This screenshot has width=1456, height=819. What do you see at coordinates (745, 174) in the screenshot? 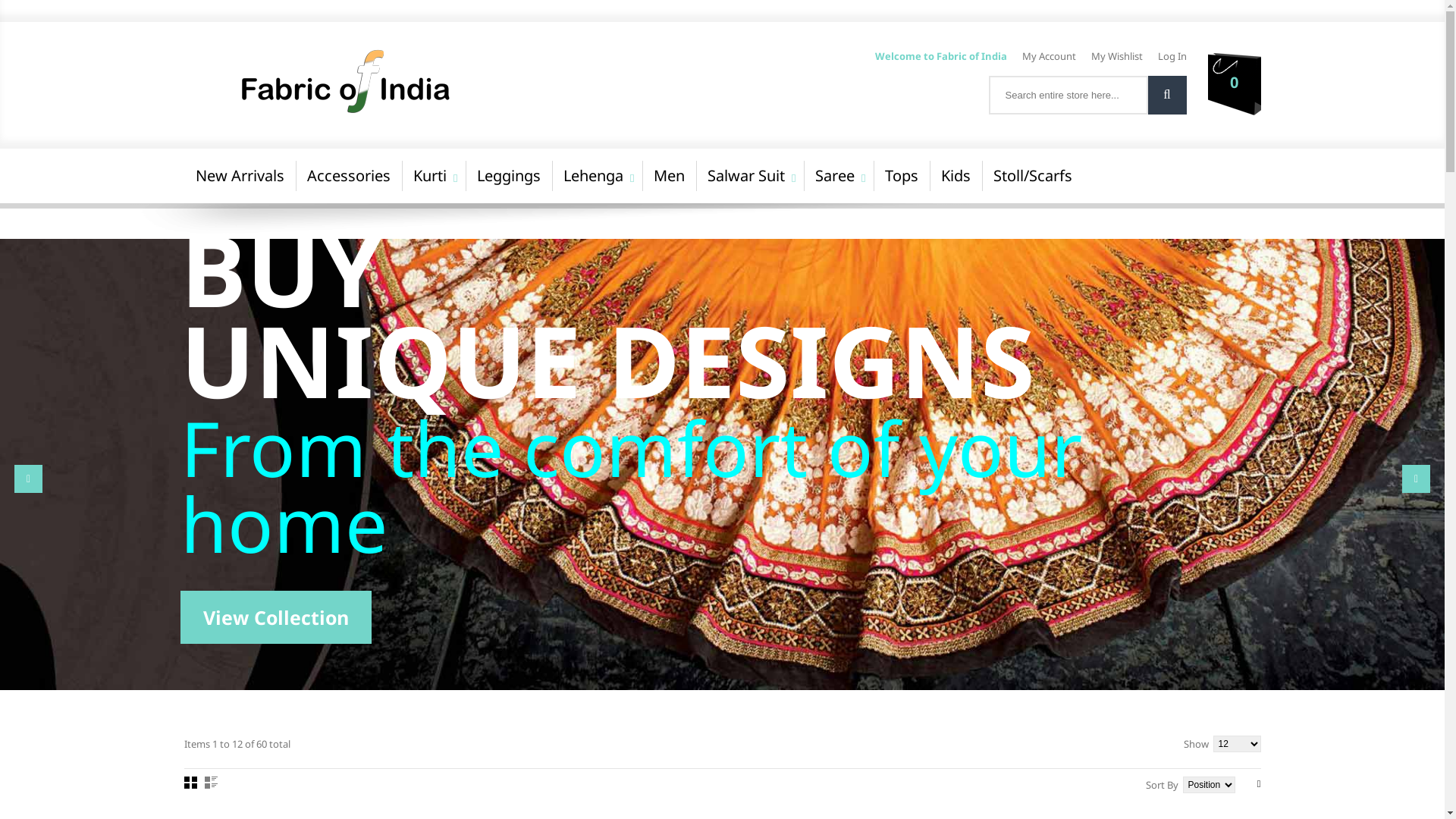
I see `'Salwar Suit'` at bounding box center [745, 174].